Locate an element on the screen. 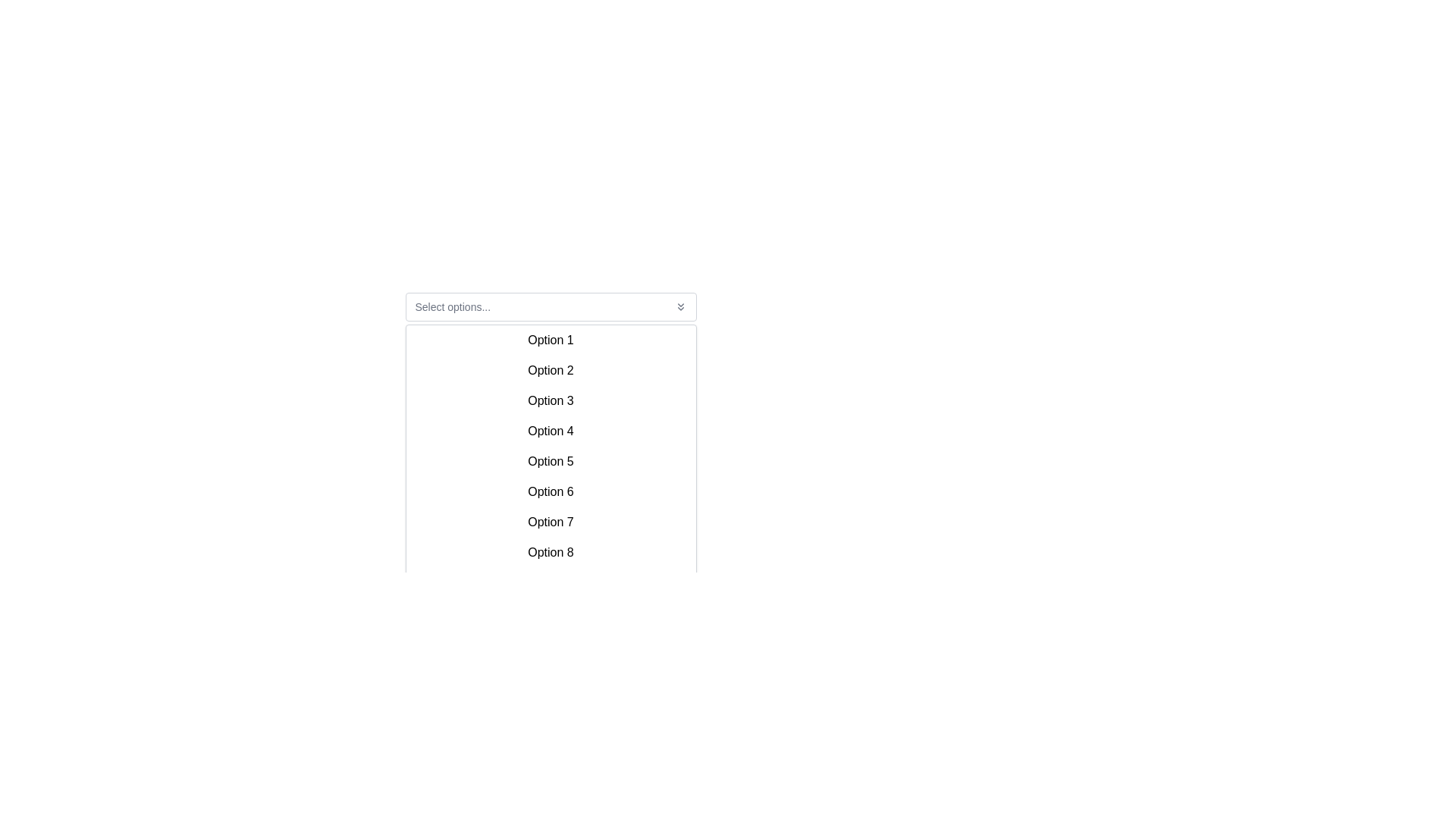 This screenshot has height=819, width=1456. the text element reading 'Option 4' in the dropdown list, which is the fourth item styled with padding and hover effects is located at coordinates (550, 431).